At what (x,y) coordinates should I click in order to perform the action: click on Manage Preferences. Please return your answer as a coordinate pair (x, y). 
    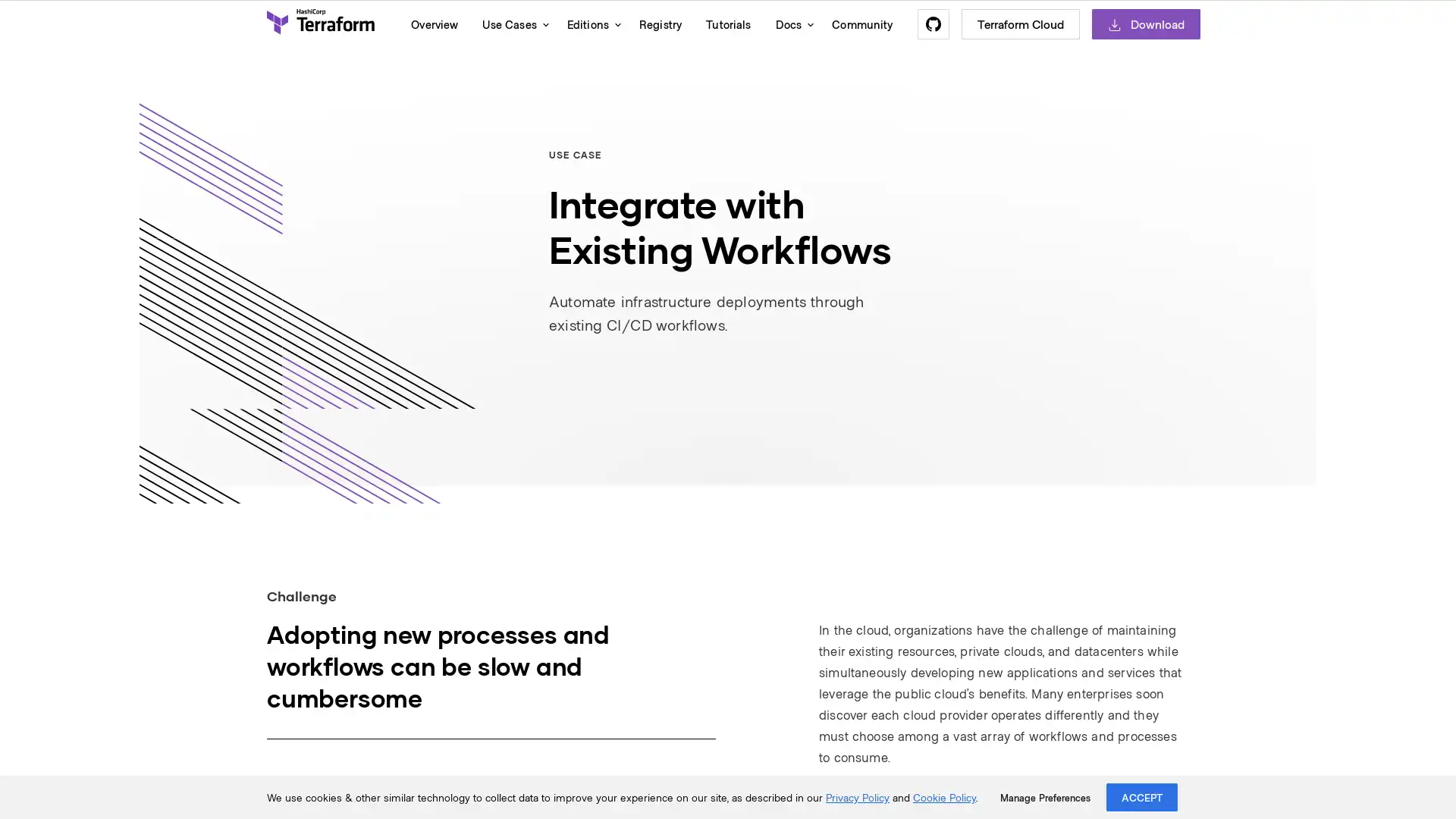
    Looking at the image, I should click on (1044, 797).